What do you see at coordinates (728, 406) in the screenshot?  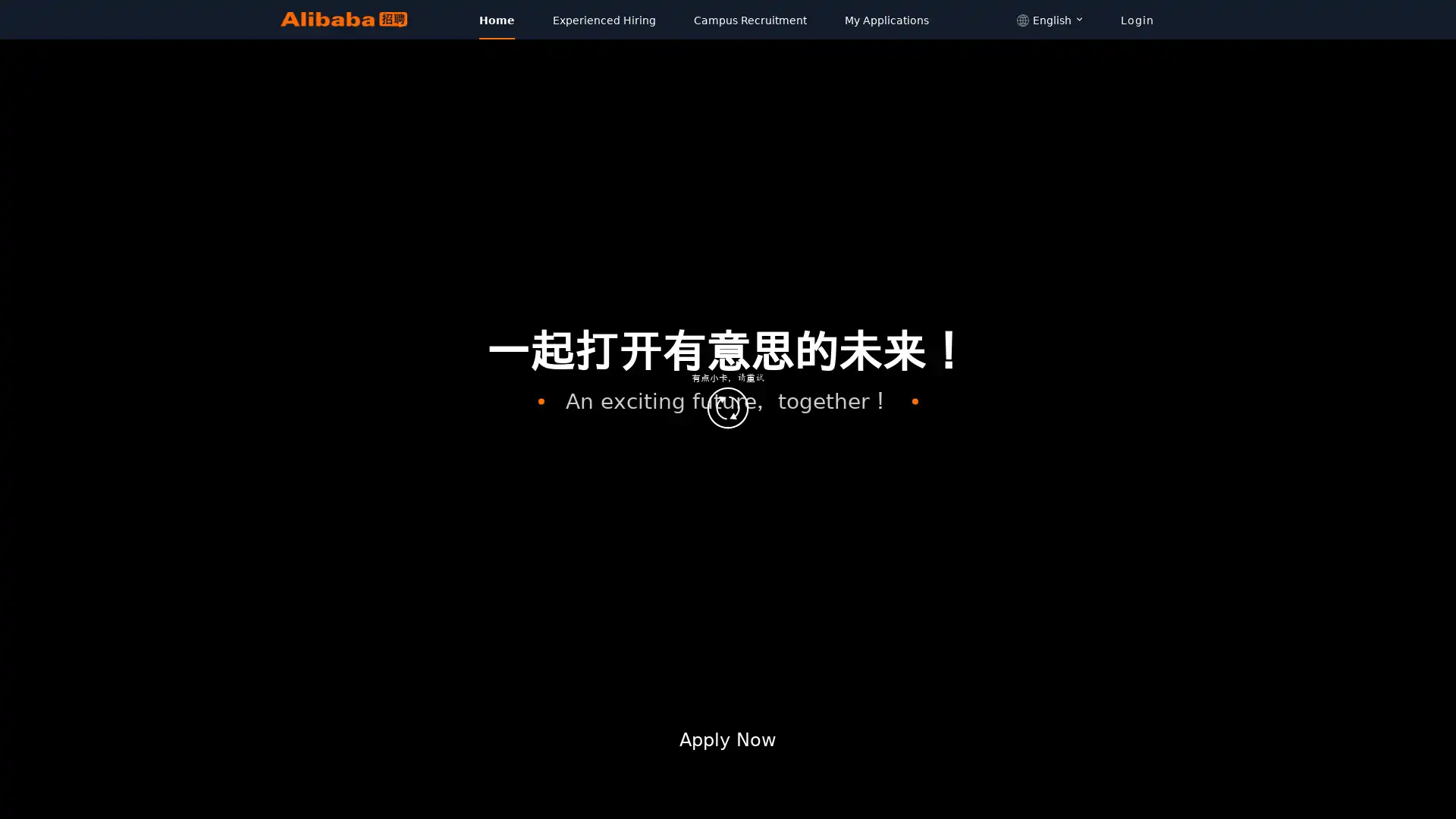 I see `retry` at bounding box center [728, 406].